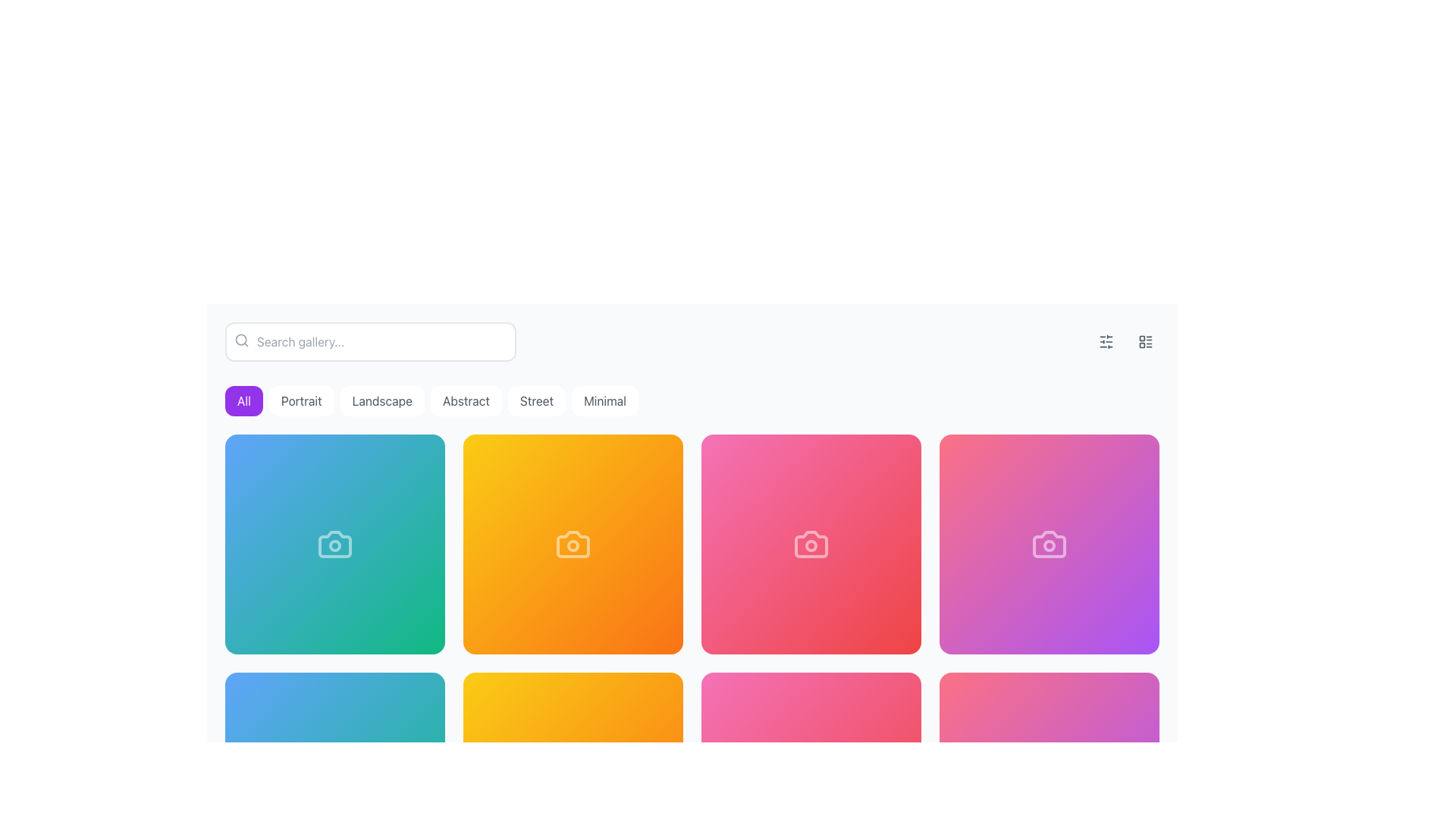 The width and height of the screenshot is (1456, 819). What do you see at coordinates (1048, 543) in the screenshot?
I see `the grid item located in the first row and fourth column` at bounding box center [1048, 543].